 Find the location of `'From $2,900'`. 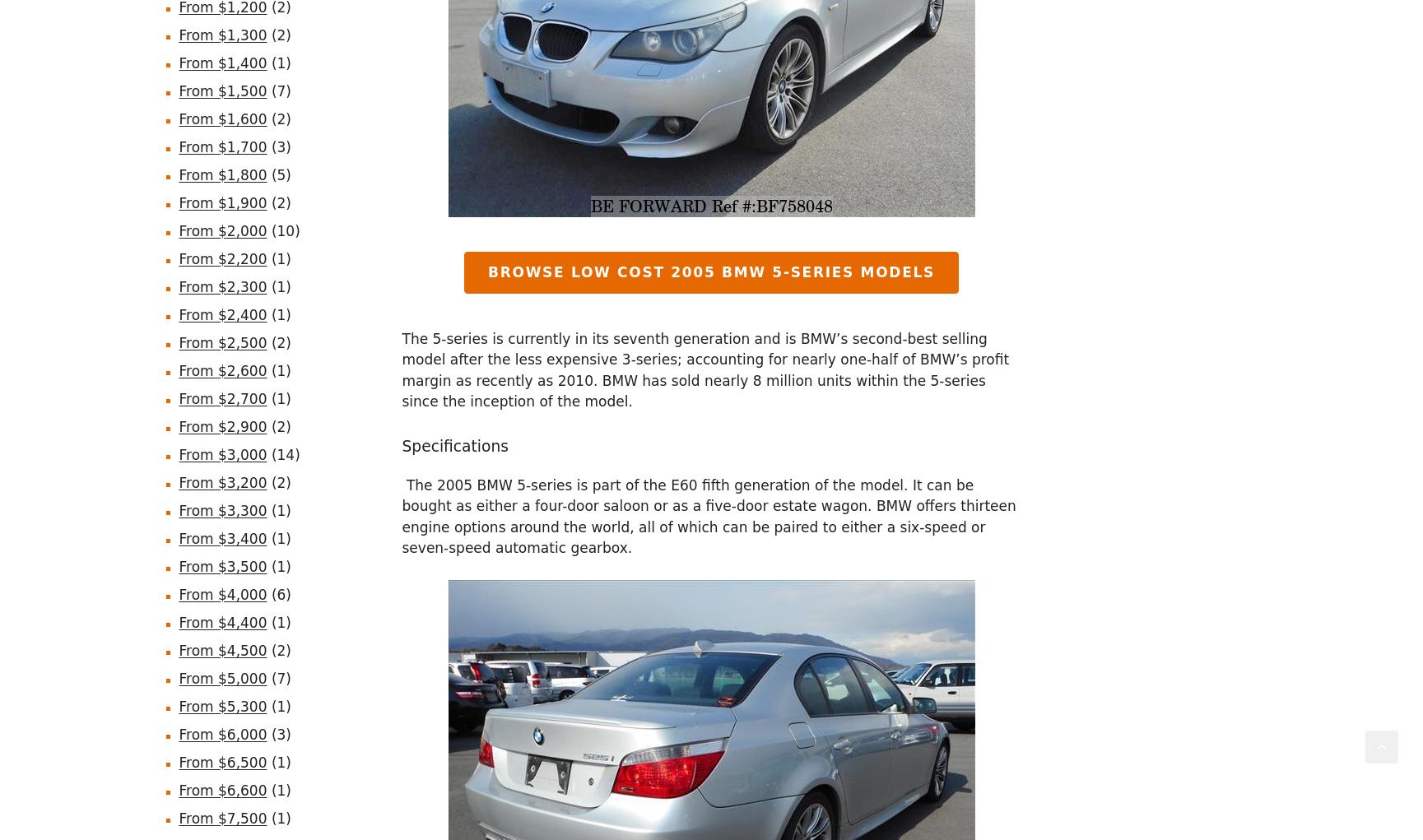

'From $2,900' is located at coordinates (177, 425).